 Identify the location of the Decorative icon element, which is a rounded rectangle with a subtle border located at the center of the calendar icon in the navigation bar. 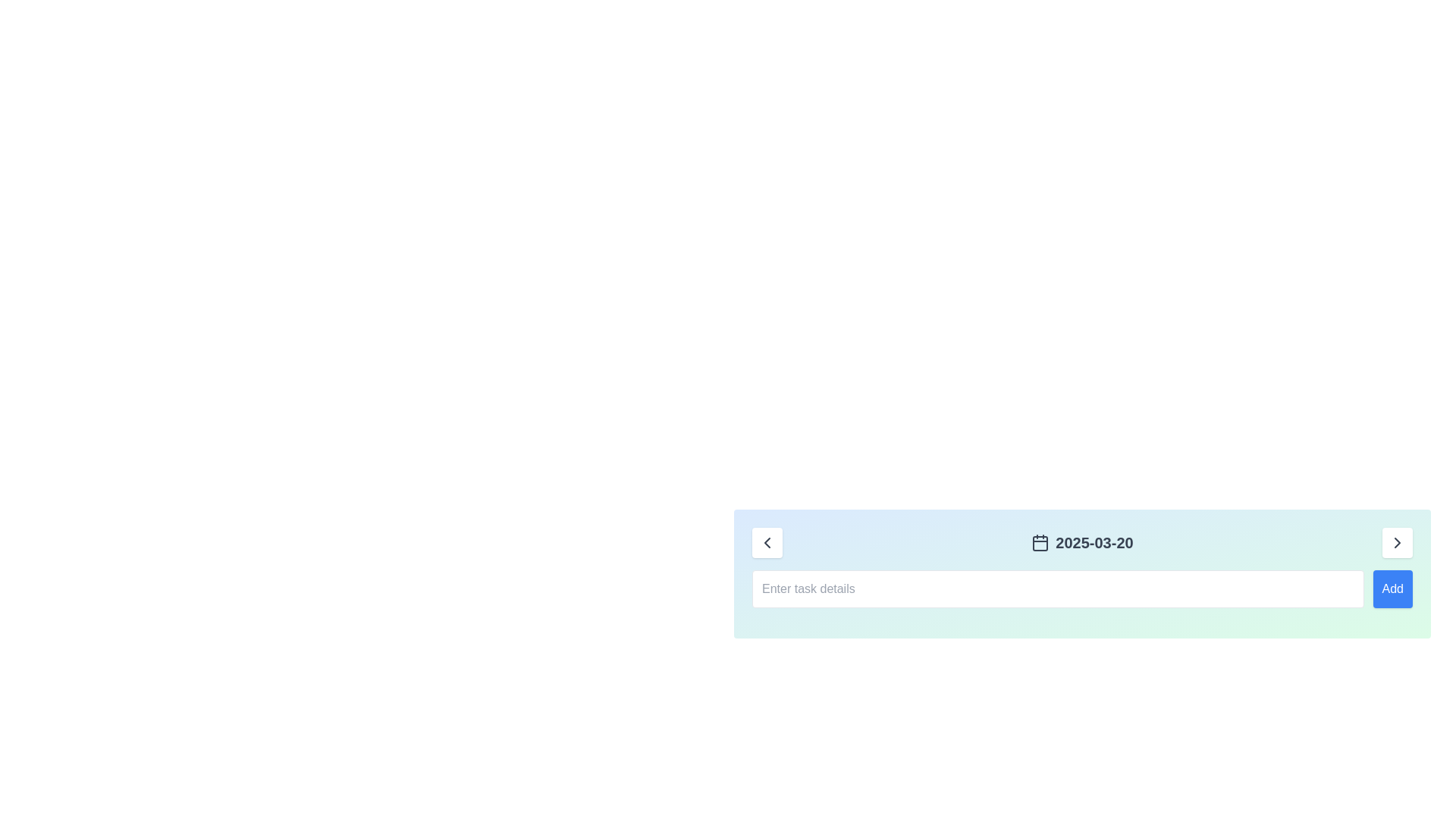
(1040, 543).